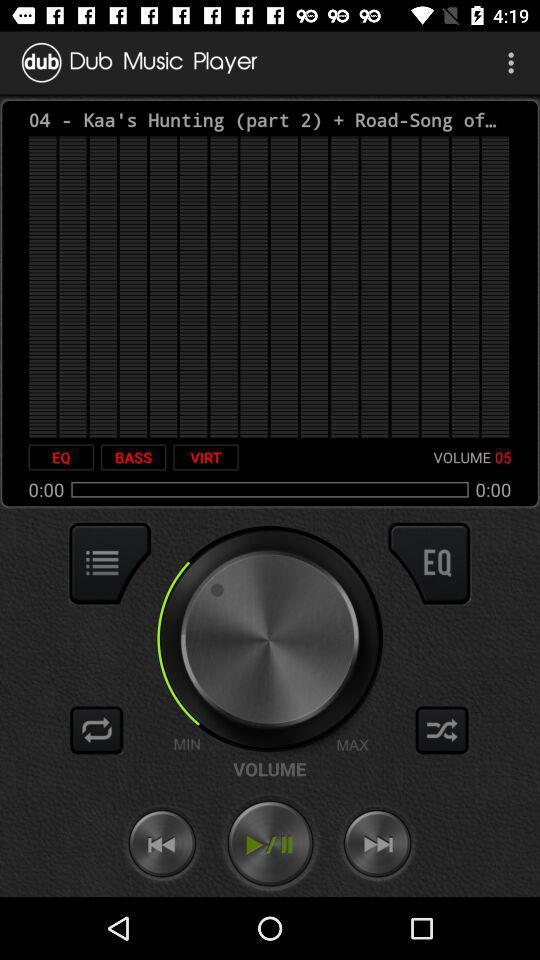  Describe the element at coordinates (61, 457) in the screenshot. I see `icon to the left of the  bass  item` at that location.